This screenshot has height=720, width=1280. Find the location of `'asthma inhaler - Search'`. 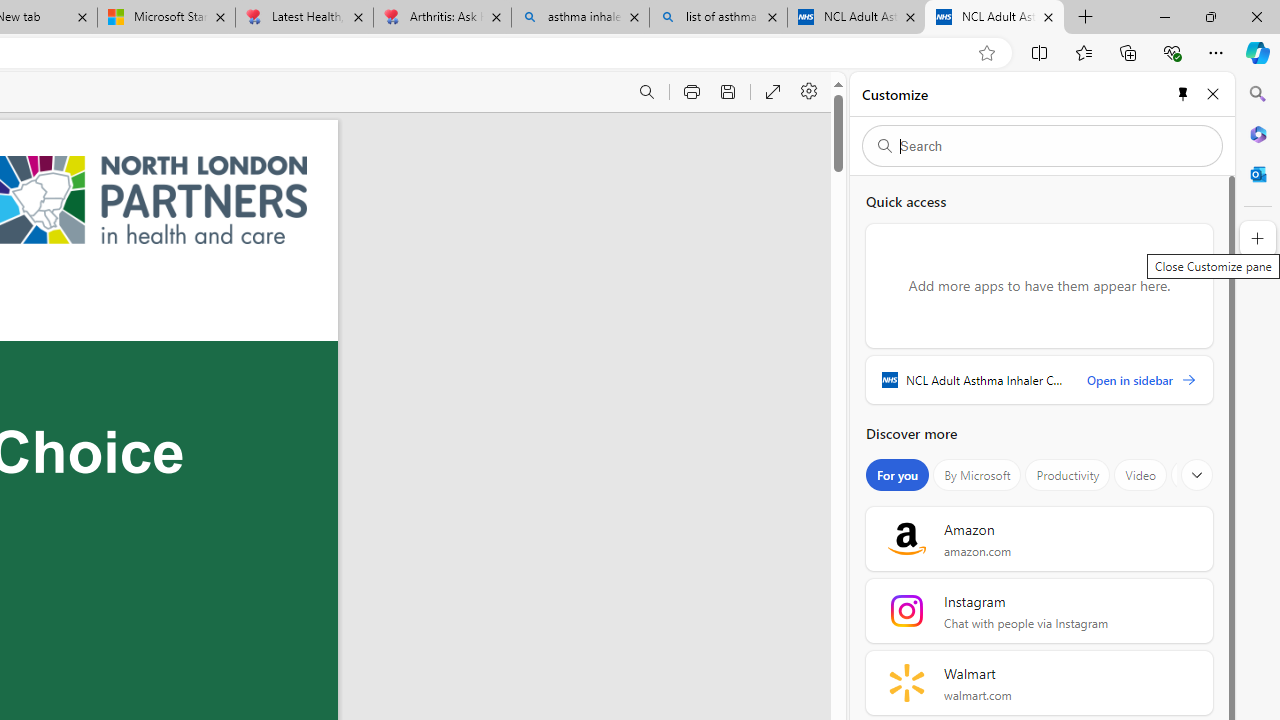

'asthma inhaler - Search' is located at coordinates (579, 17).